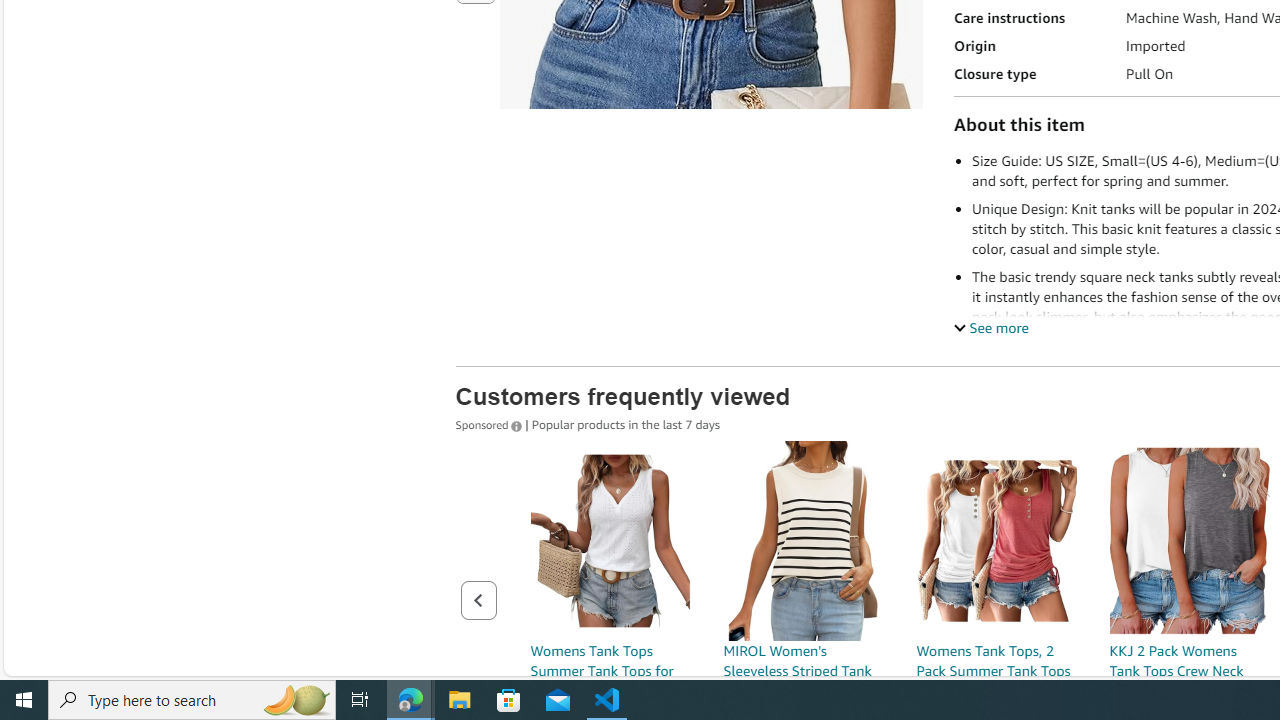 The height and width of the screenshot is (720, 1280). What do you see at coordinates (490, 422) in the screenshot?
I see `'Sponsored '` at bounding box center [490, 422].